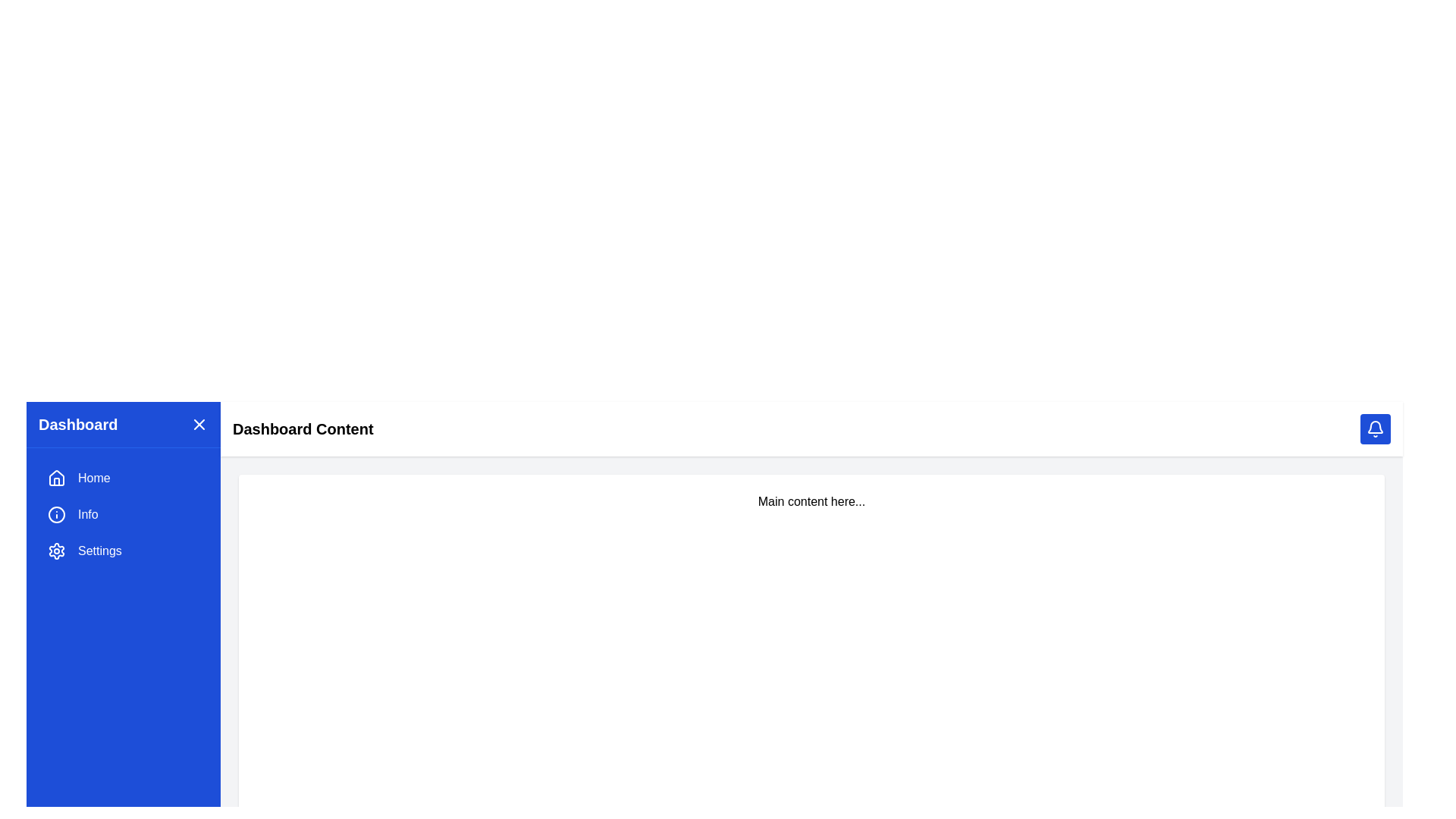  Describe the element at coordinates (87, 513) in the screenshot. I see `the 'Info' text label in the vertical navigation menu, which is displayed in white font on a blue background and positioned between 'Home' and 'Settings'` at that location.